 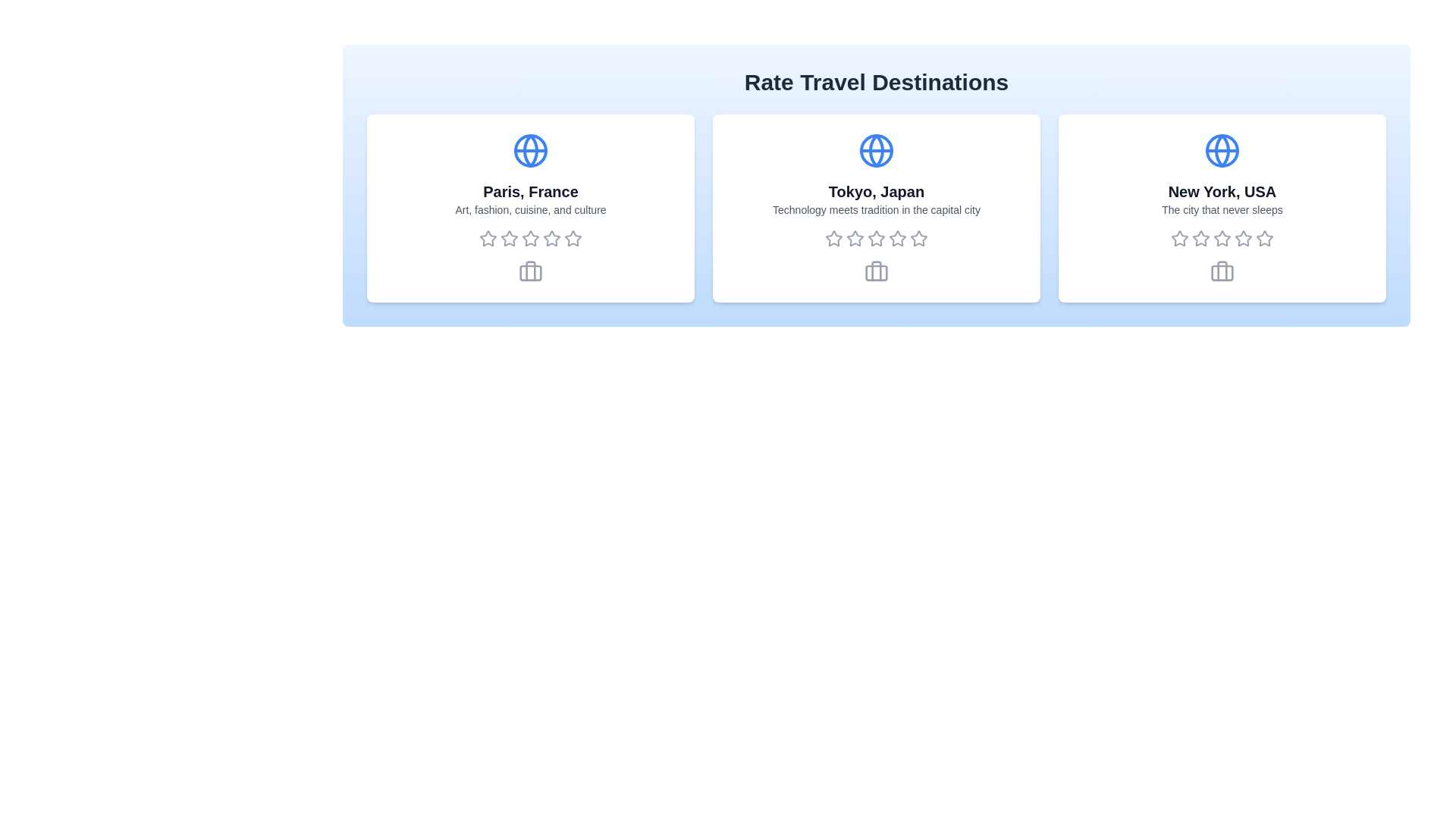 What do you see at coordinates (572, 239) in the screenshot?
I see `the star corresponding to 5 stars to preview the rating` at bounding box center [572, 239].